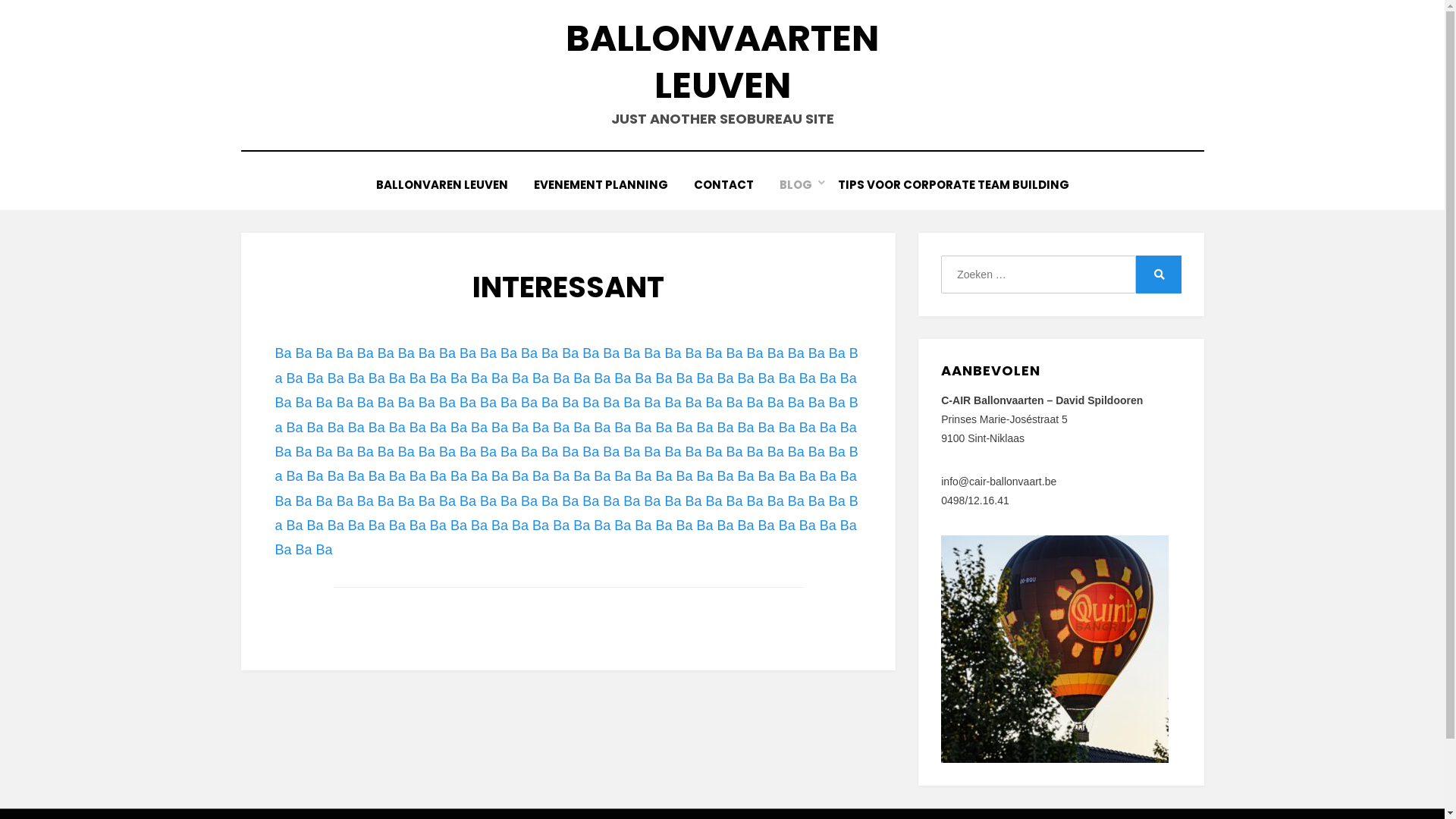 This screenshot has width=1456, height=819. I want to click on 'Ba', so click(548, 451).